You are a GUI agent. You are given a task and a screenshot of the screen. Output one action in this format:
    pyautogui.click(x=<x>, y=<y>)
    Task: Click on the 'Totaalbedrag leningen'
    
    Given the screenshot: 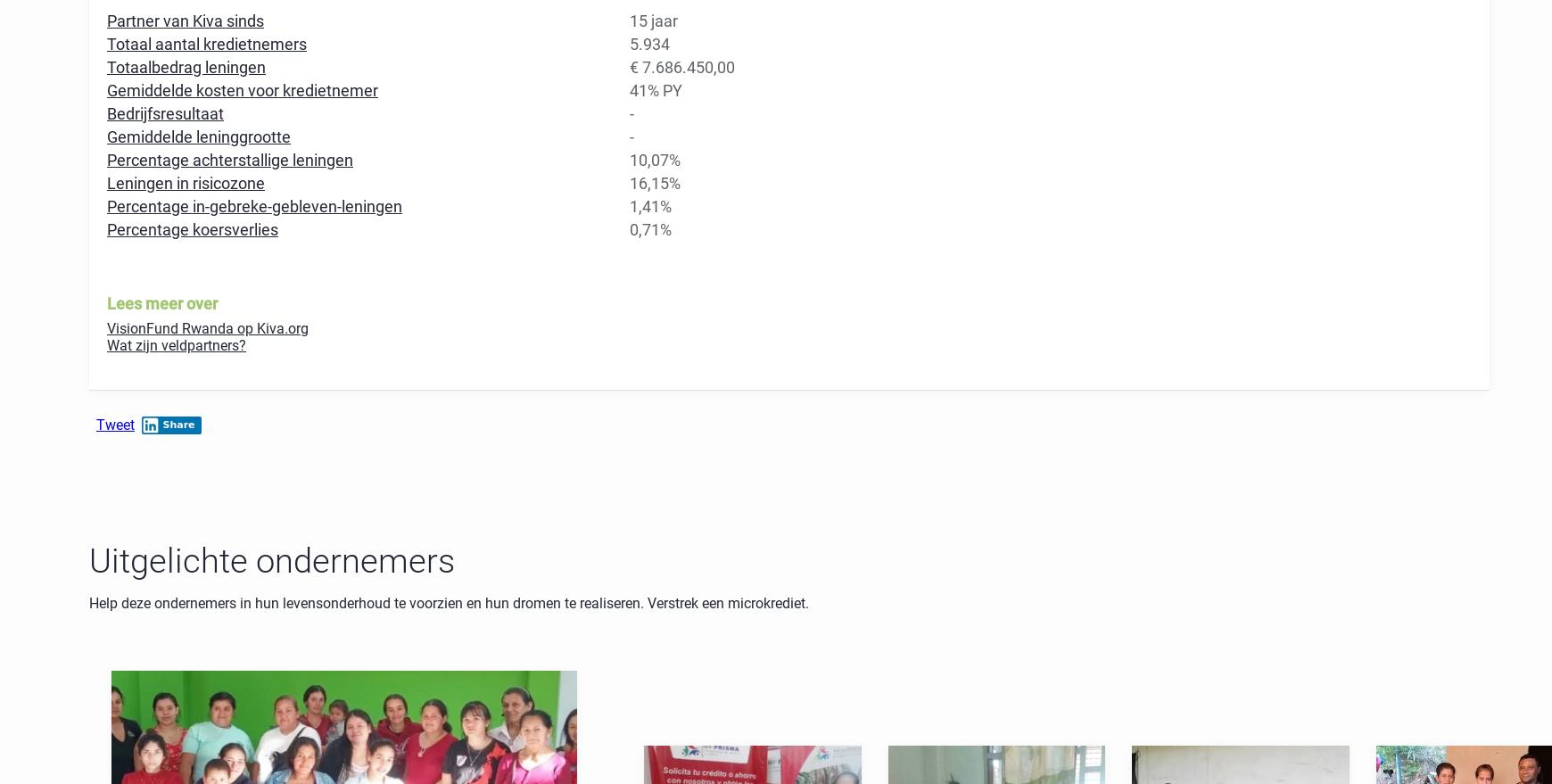 What is the action you would take?
    pyautogui.click(x=106, y=66)
    